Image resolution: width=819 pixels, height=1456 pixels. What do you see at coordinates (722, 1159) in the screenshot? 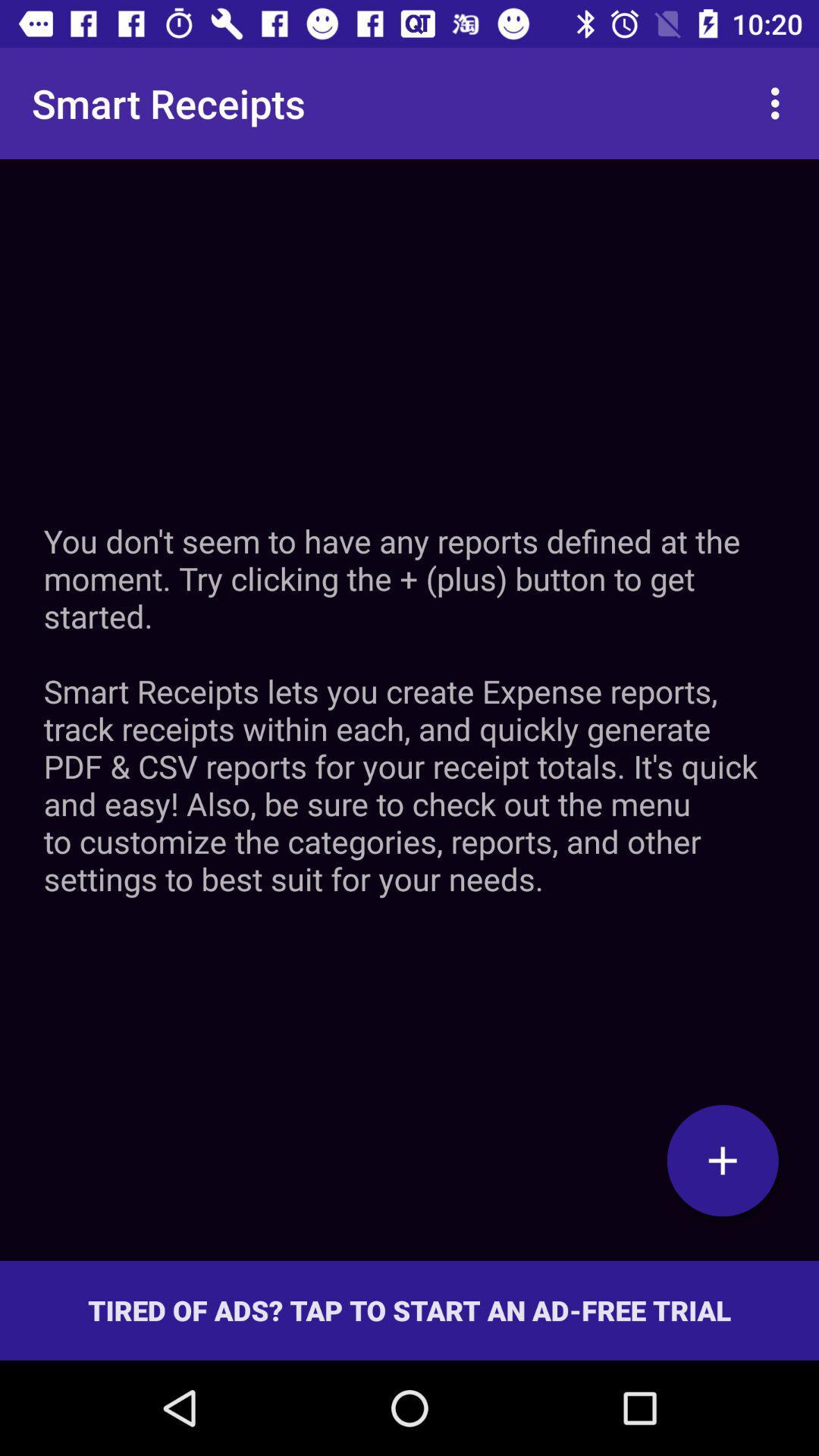
I see `add` at bounding box center [722, 1159].